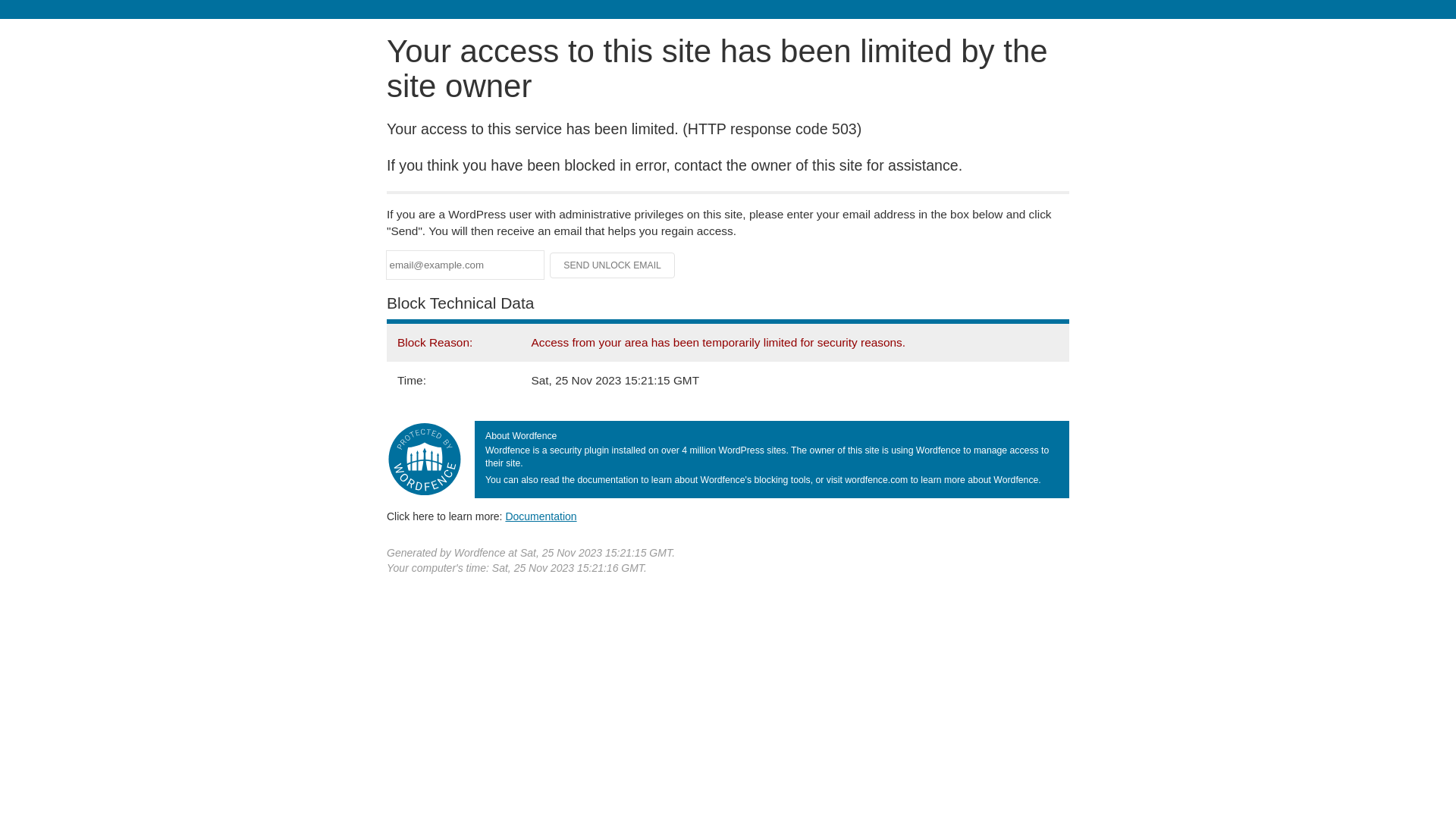  Describe the element at coordinates (541, 516) in the screenshot. I see `'Documentation'` at that location.